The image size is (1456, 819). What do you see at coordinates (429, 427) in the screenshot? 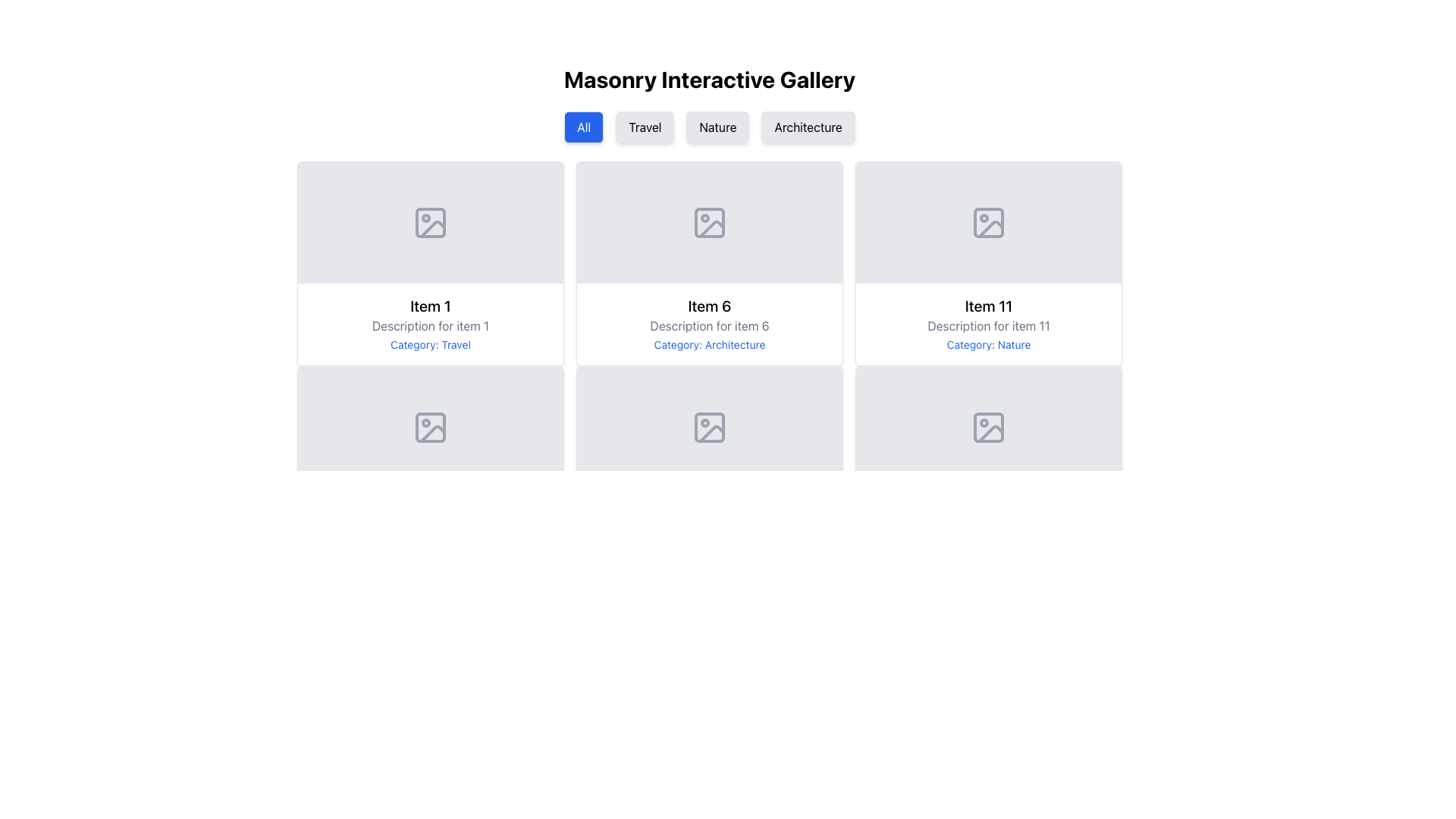
I see `the decorative rectangular shape with rounded edges, filled with a light gray shade, located at the center of the second row in the grid layout` at bounding box center [429, 427].